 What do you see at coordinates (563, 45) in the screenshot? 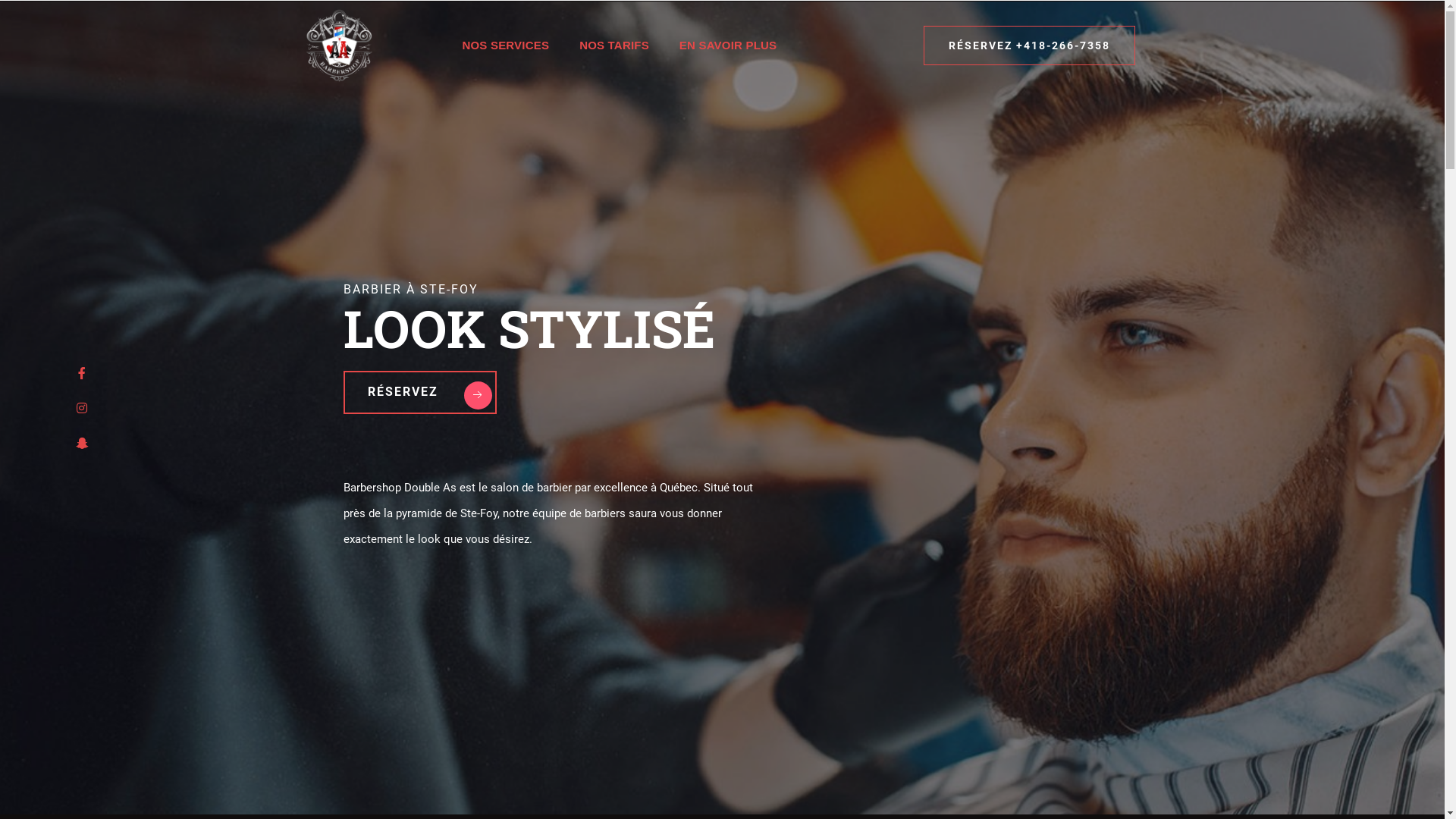
I see `'NOS TARIFS'` at bounding box center [563, 45].